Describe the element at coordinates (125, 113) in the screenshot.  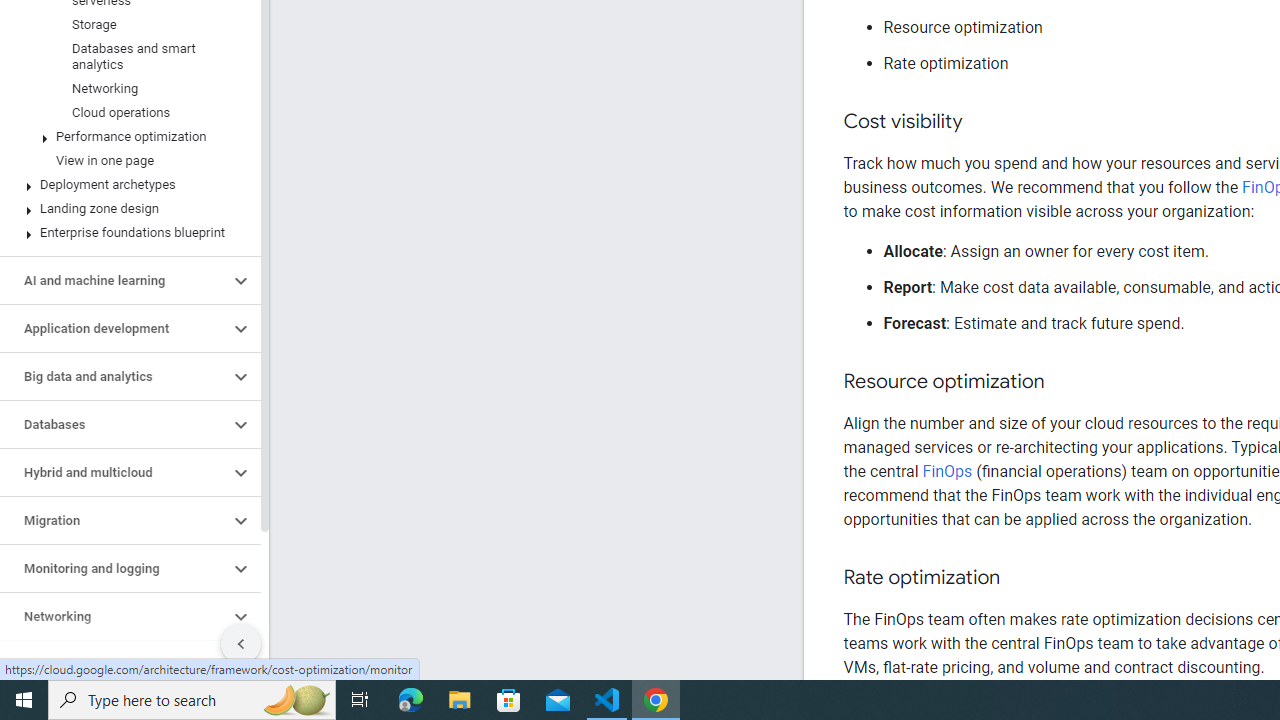
I see `'Cloud operations'` at that location.